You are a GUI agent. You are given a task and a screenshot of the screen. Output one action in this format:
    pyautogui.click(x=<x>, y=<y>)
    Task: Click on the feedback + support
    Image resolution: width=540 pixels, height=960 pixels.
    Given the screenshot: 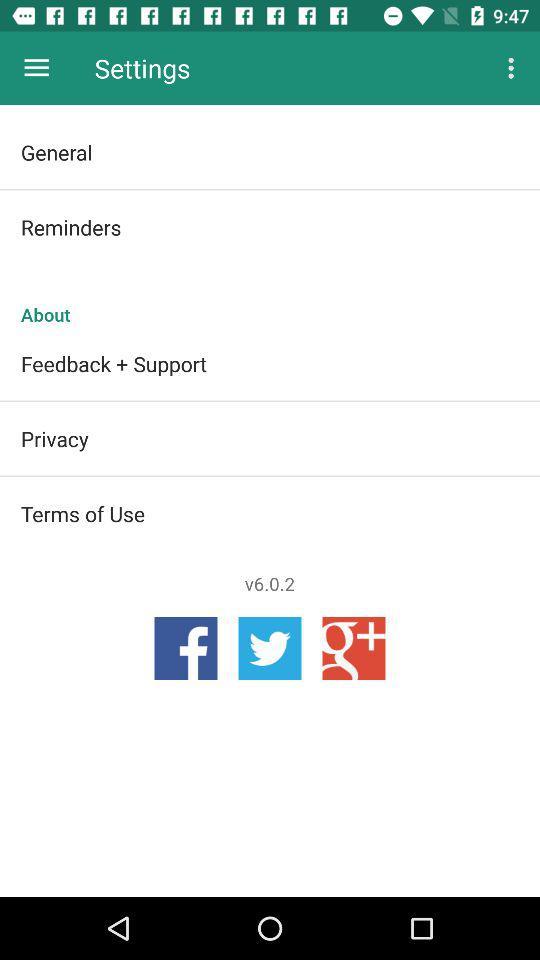 What is the action you would take?
    pyautogui.click(x=270, y=362)
    